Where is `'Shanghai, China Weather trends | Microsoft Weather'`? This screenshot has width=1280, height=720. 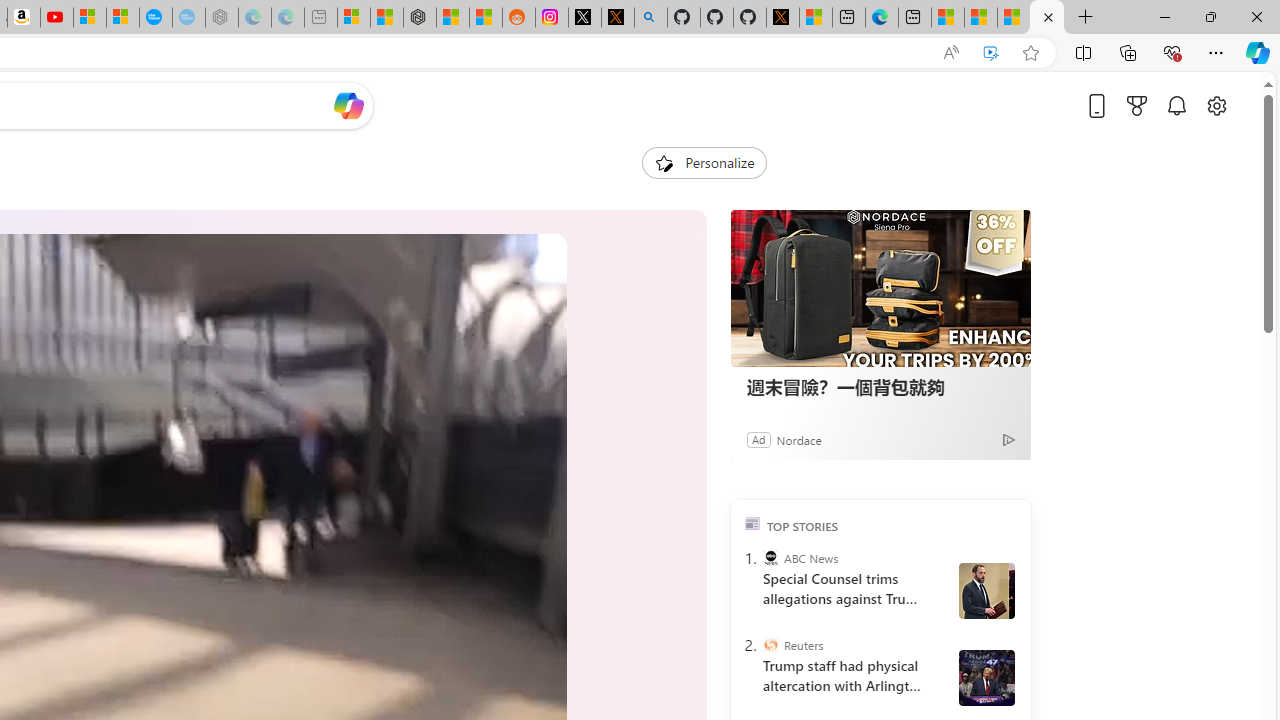
'Shanghai, China Weather trends | Microsoft Weather' is located at coordinates (485, 17).